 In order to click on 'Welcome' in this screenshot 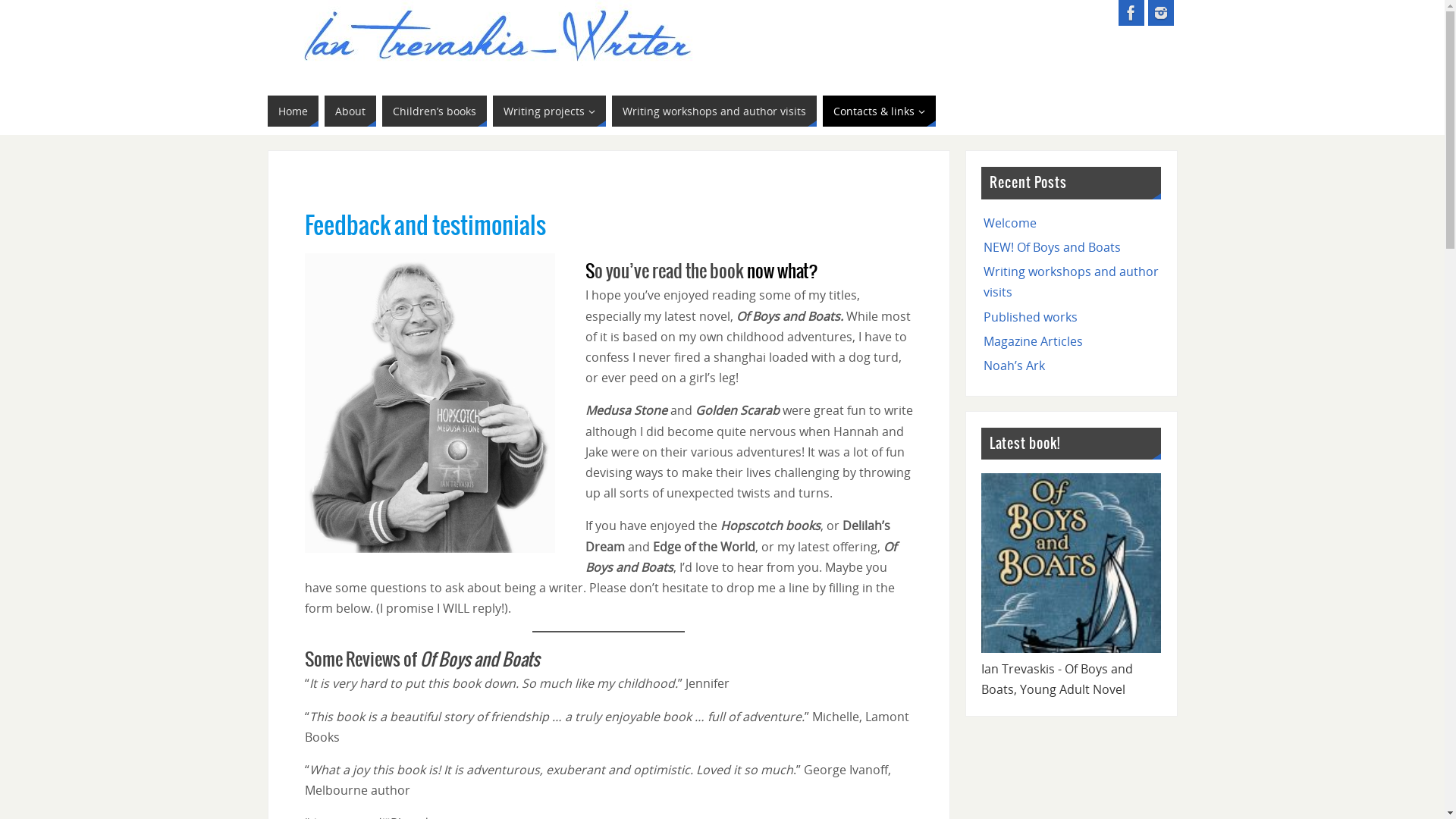, I will do `click(1010, 222)`.